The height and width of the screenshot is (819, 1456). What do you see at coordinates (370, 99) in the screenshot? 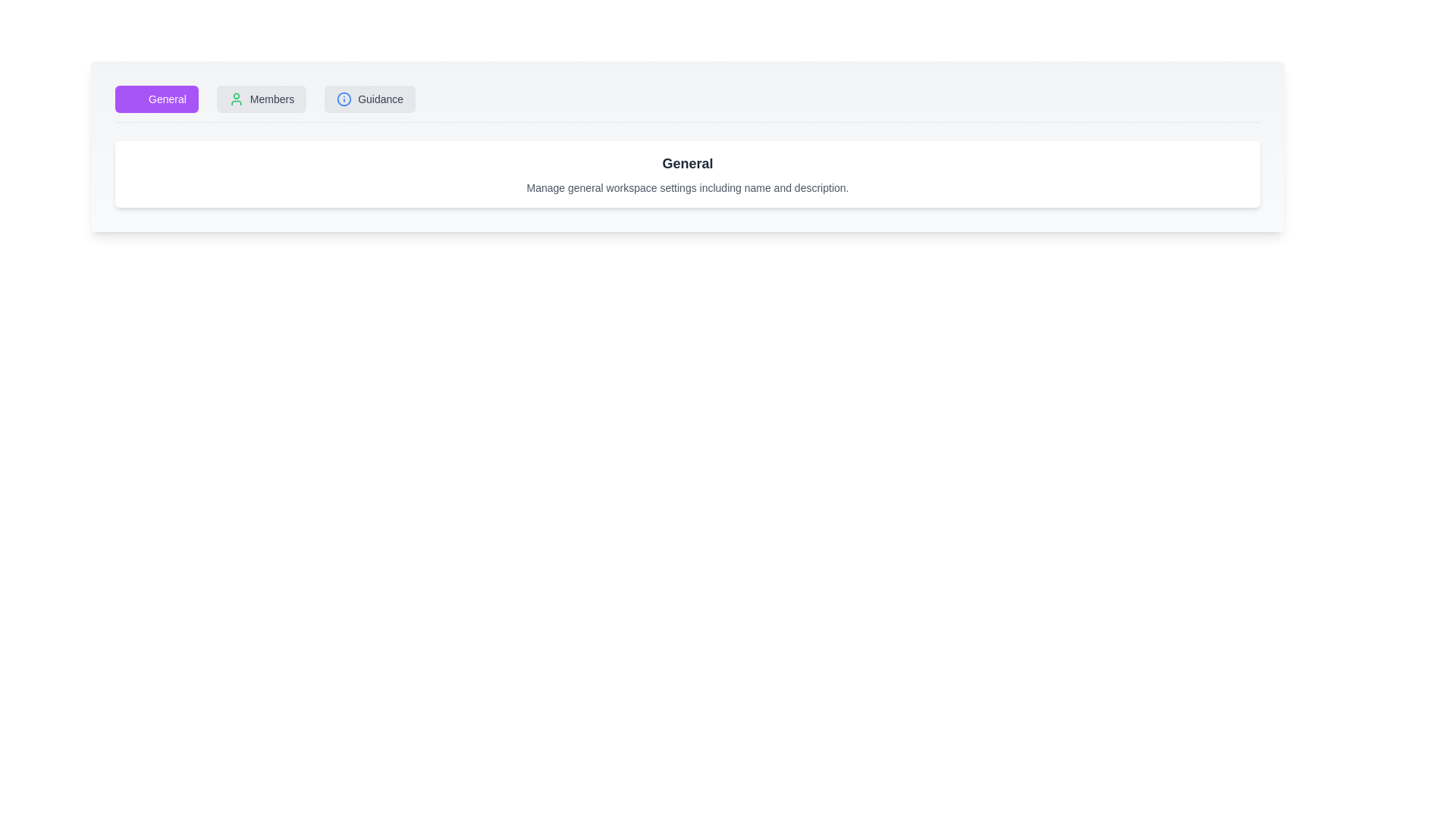
I see `the Guidance tab to view its content` at bounding box center [370, 99].